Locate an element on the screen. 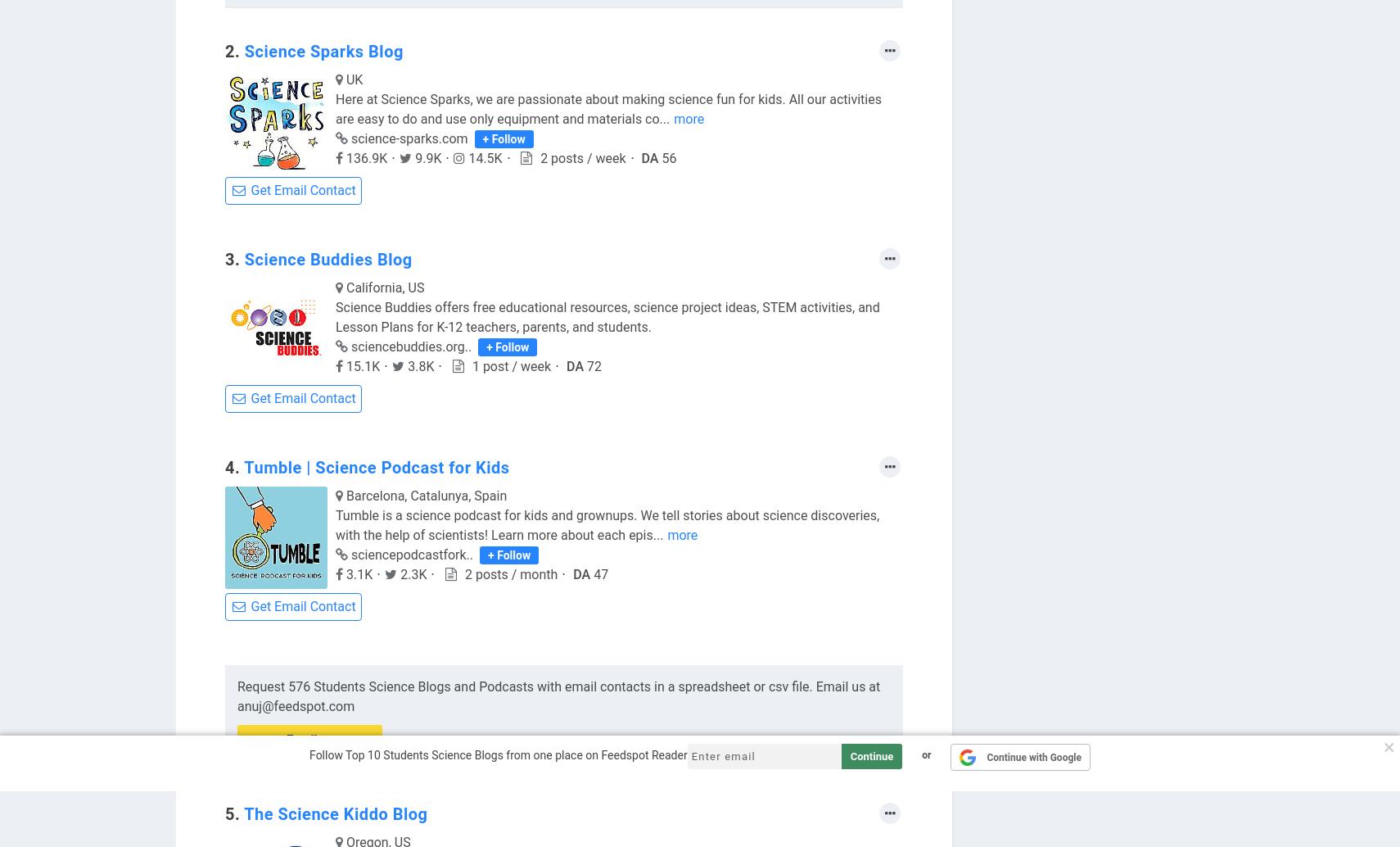  '3.8K' is located at coordinates (421, 365).